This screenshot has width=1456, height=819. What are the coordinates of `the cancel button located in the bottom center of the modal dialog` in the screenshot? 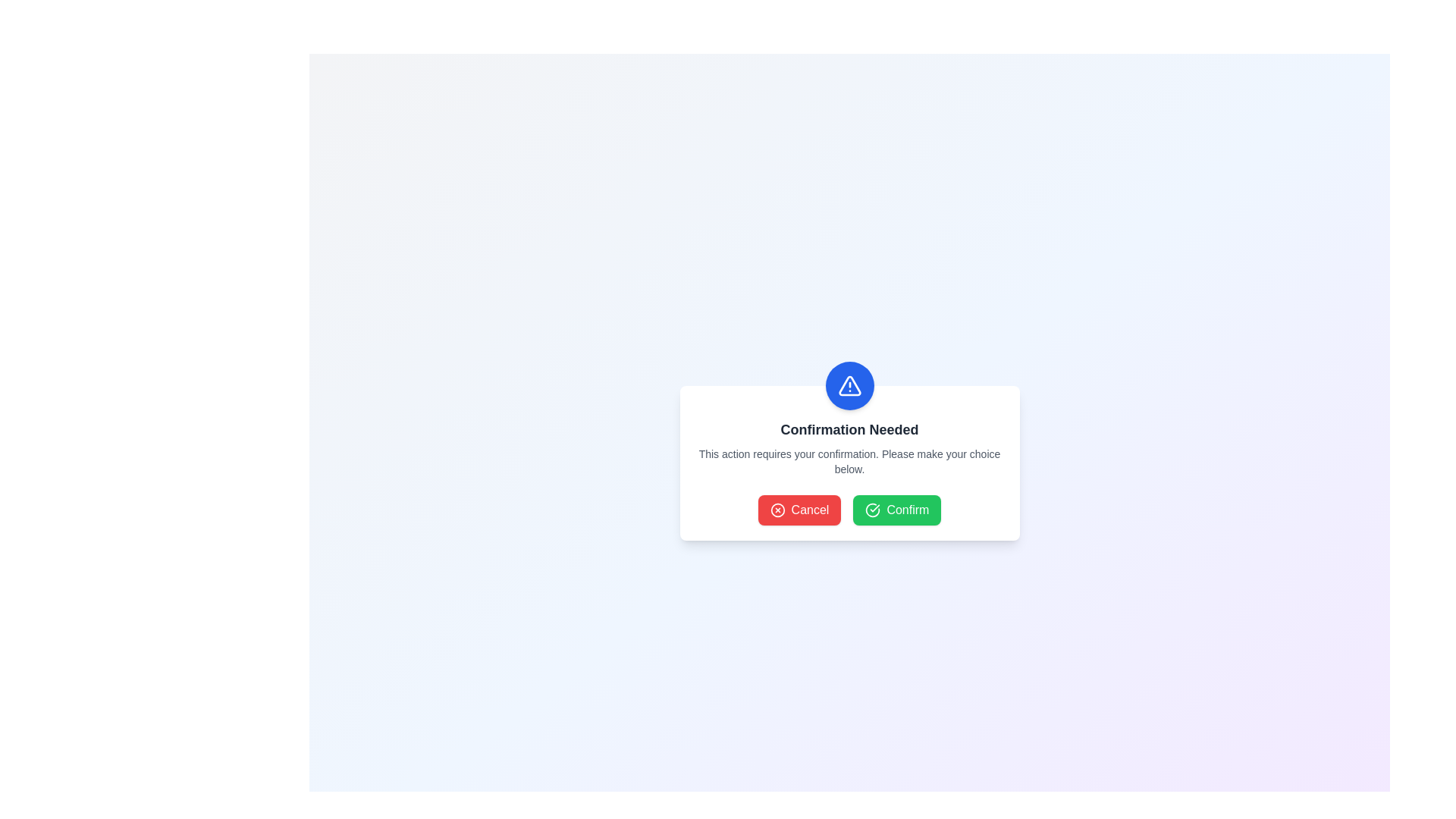 It's located at (799, 510).